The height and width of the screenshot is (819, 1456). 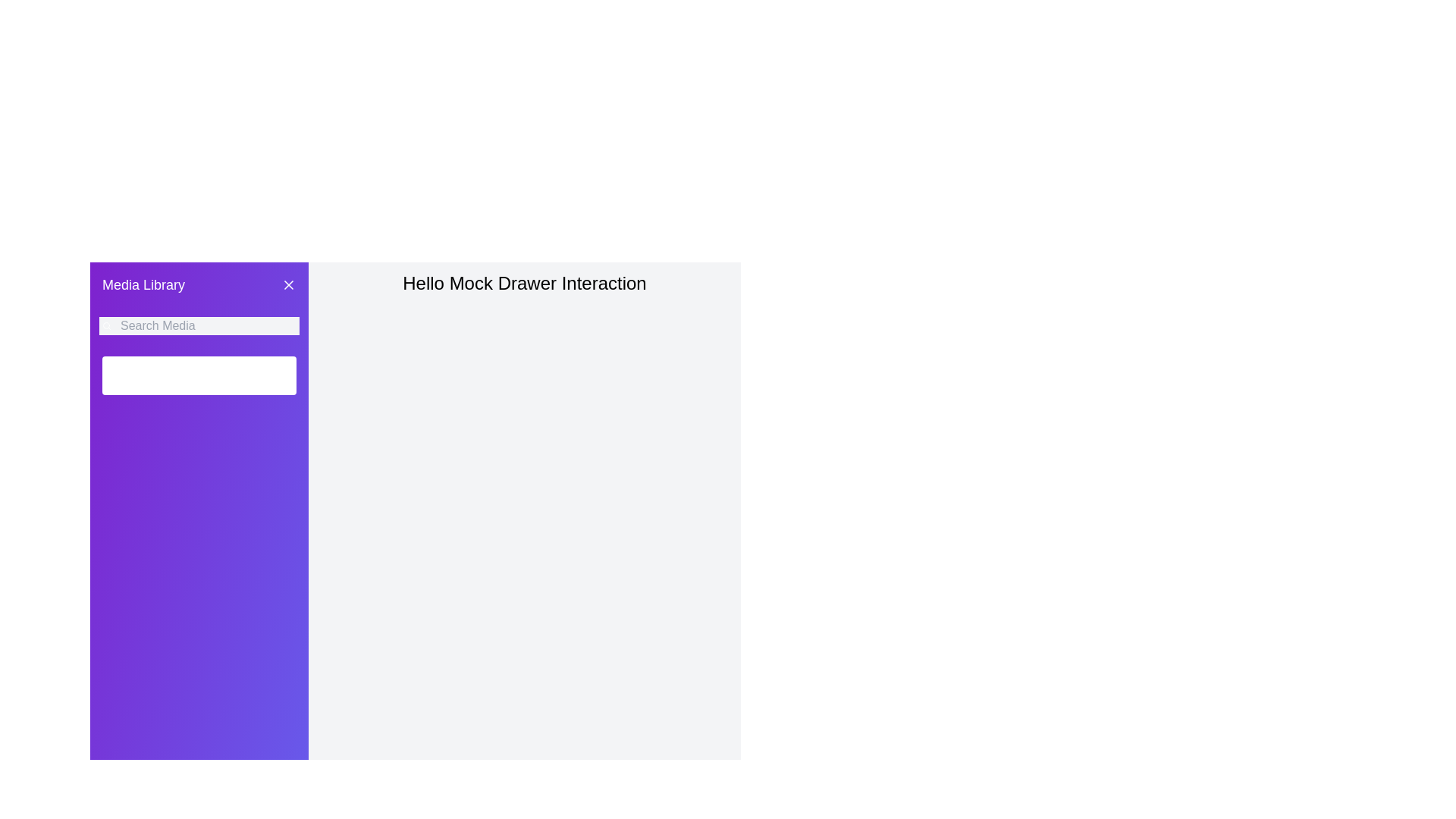 What do you see at coordinates (288, 284) in the screenshot?
I see `the diagonal line of the 'X' icon located in the top-right corner of the purple sidebar` at bounding box center [288, 284].